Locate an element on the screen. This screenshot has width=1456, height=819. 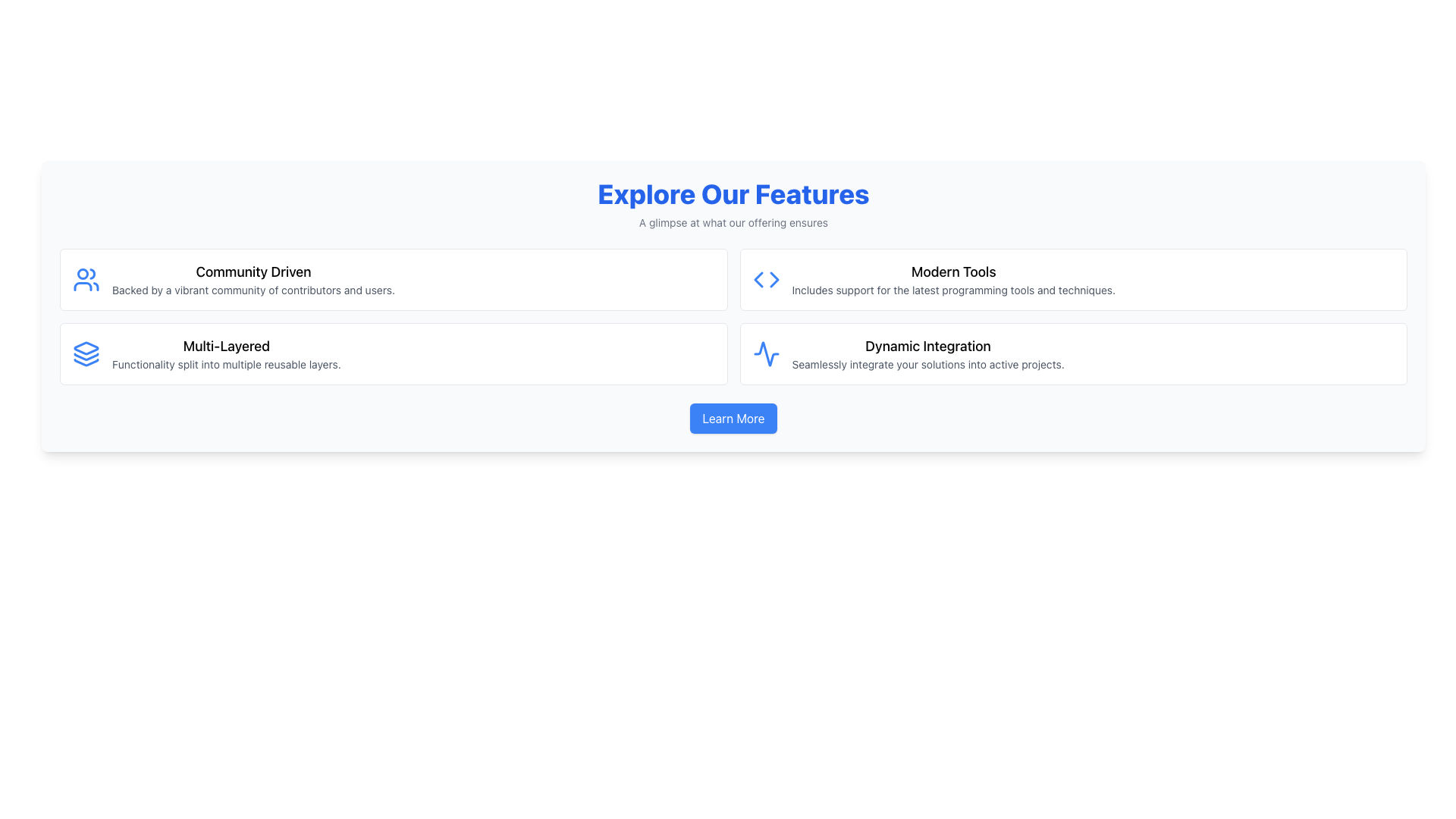
text from the 'Dynamic Integration' text block, which includes the title and subtitle, located in the bottom-right quadrant of the grid titled 'Explore Our Features' is located at coordinates (927, 353).